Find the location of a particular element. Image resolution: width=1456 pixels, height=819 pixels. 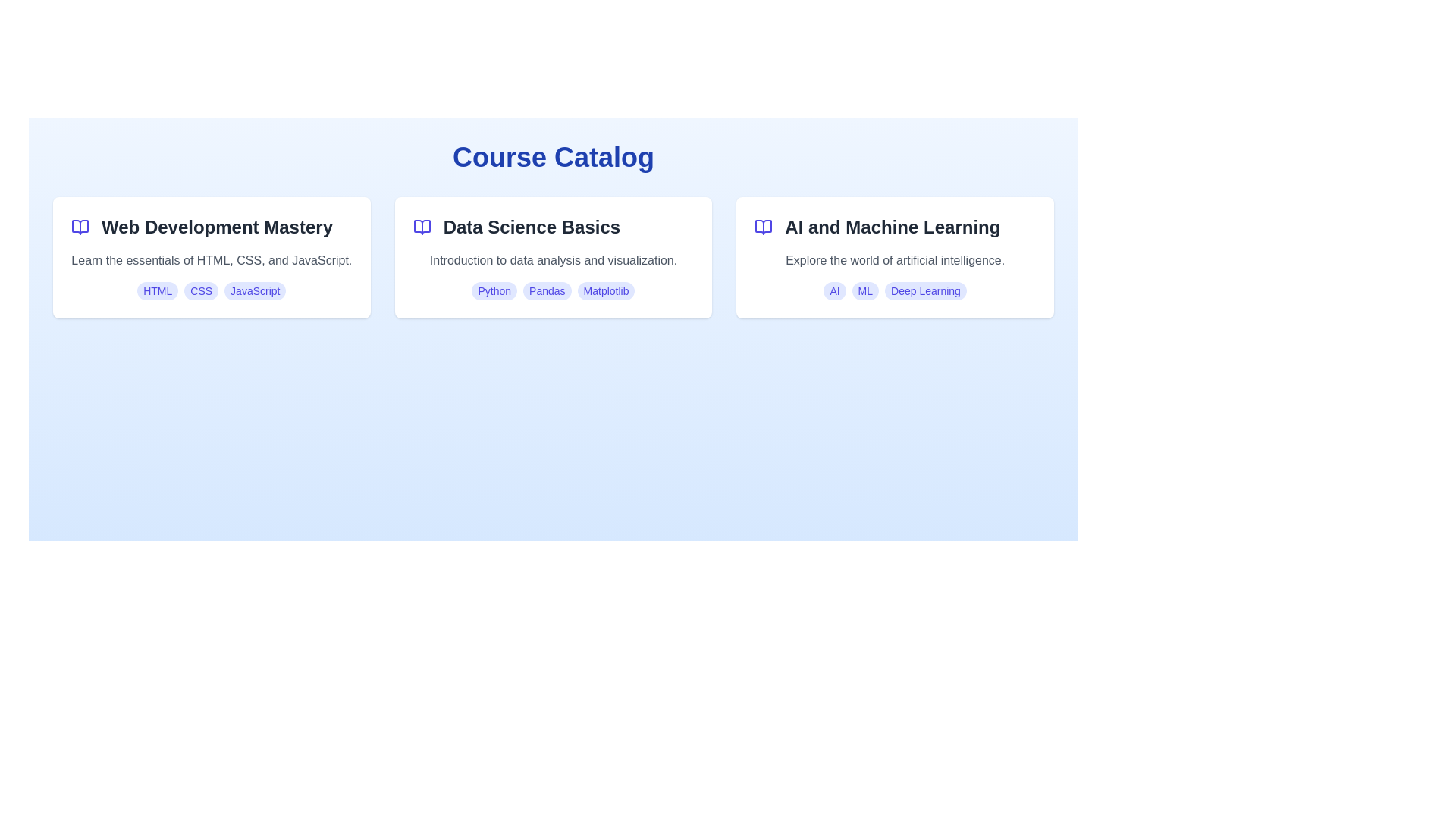

the text block providing additional descriptive information about the 'Data Science Basics' section, which is positioned beneath the main title and above the tags indicating Python, Pandas, and Matplotlib is located at coordinates (552, 259).